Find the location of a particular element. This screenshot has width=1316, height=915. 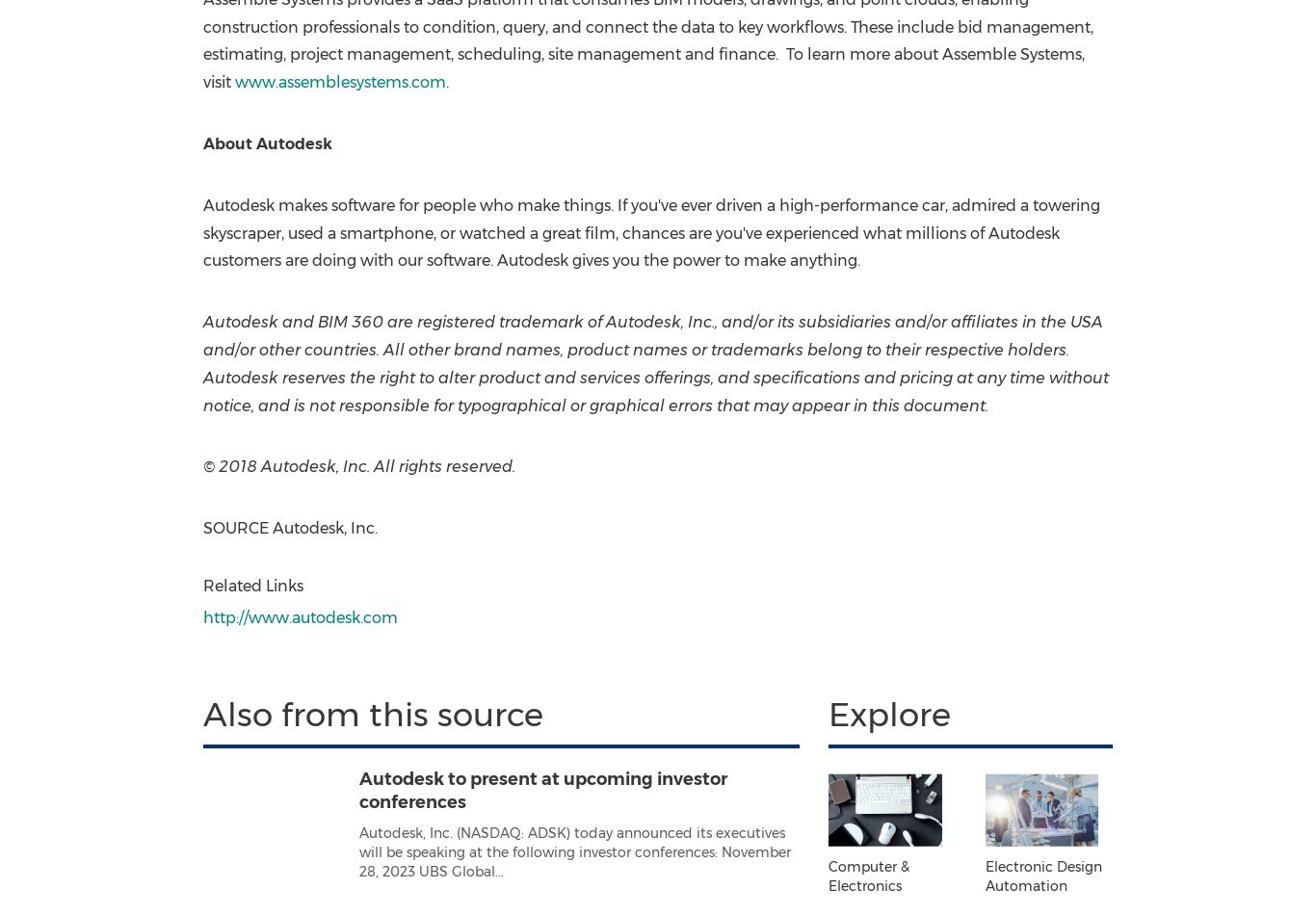

'Autodesk, Inc. (NASDAQ: ADSK) today announced its executives will be speaking at the following investor conferences: November 28, 2023 UBS Global...' is located at coordinates (572, 850).